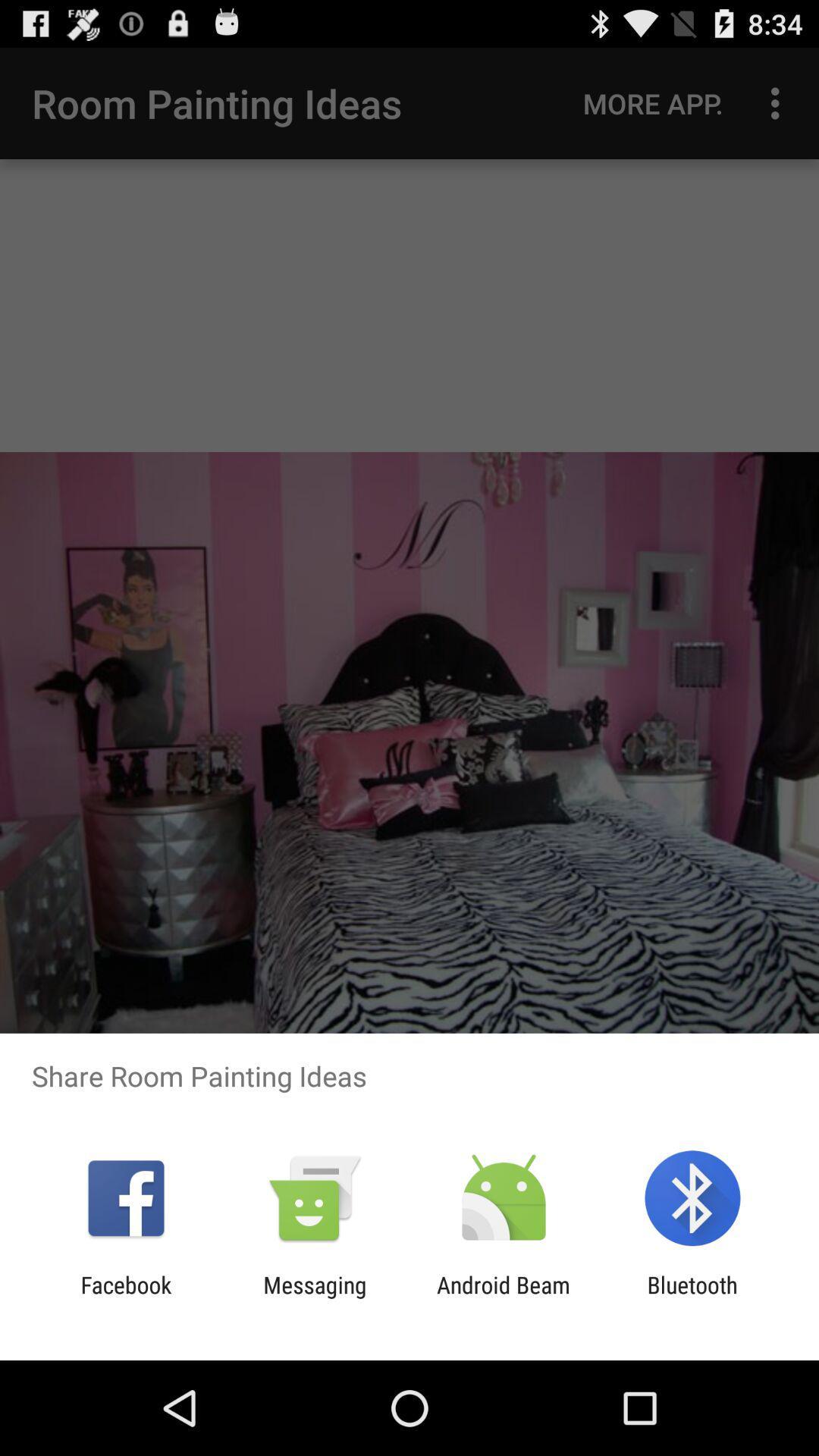 The width and height of the screenshot is (819, 1456). Describe the element at coordinates (314, 1298) in the screenshot. I see `the app to the right of facebook` at that location.